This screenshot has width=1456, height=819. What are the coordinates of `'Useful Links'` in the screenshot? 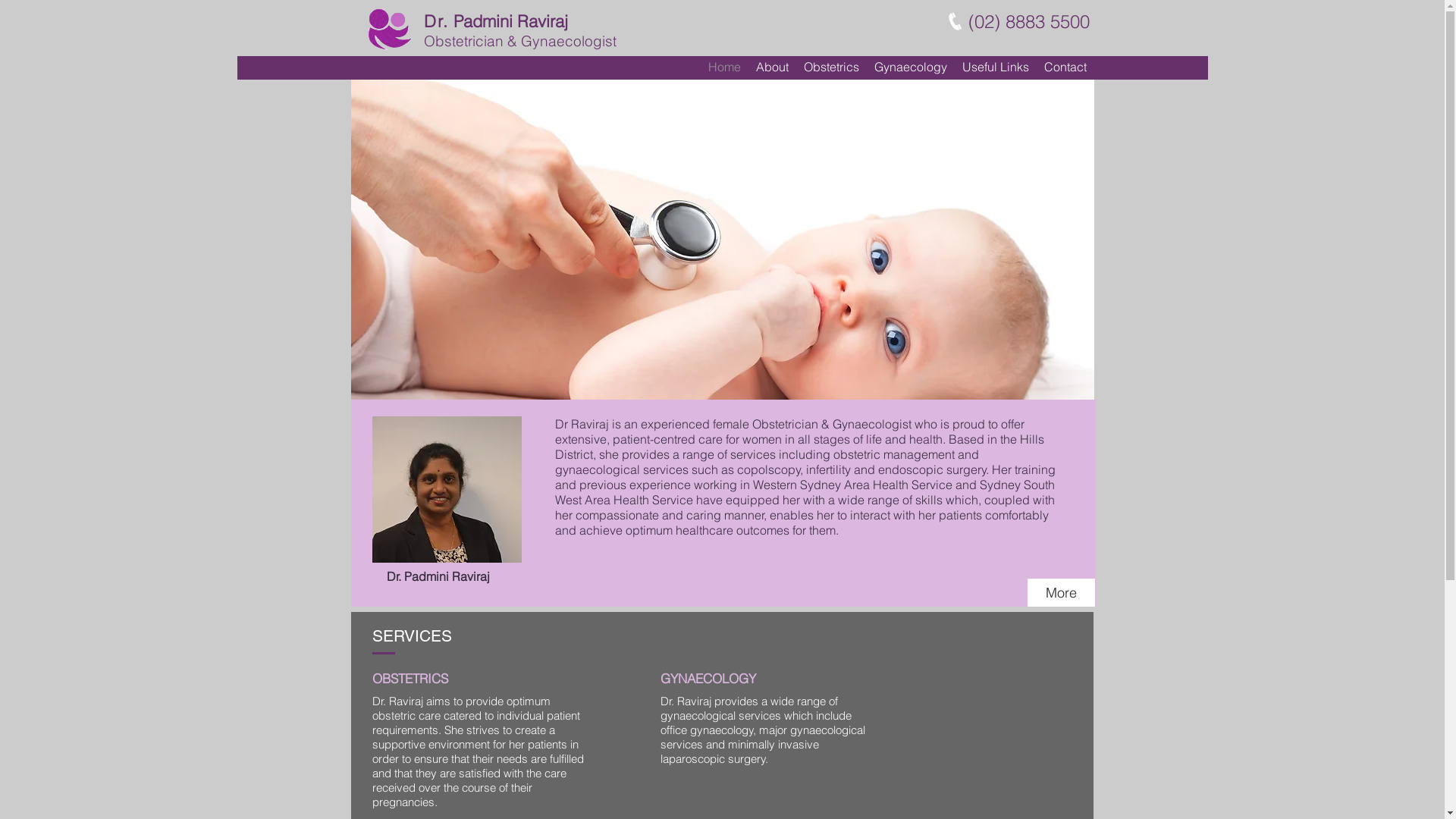 It's located at (994, 66).